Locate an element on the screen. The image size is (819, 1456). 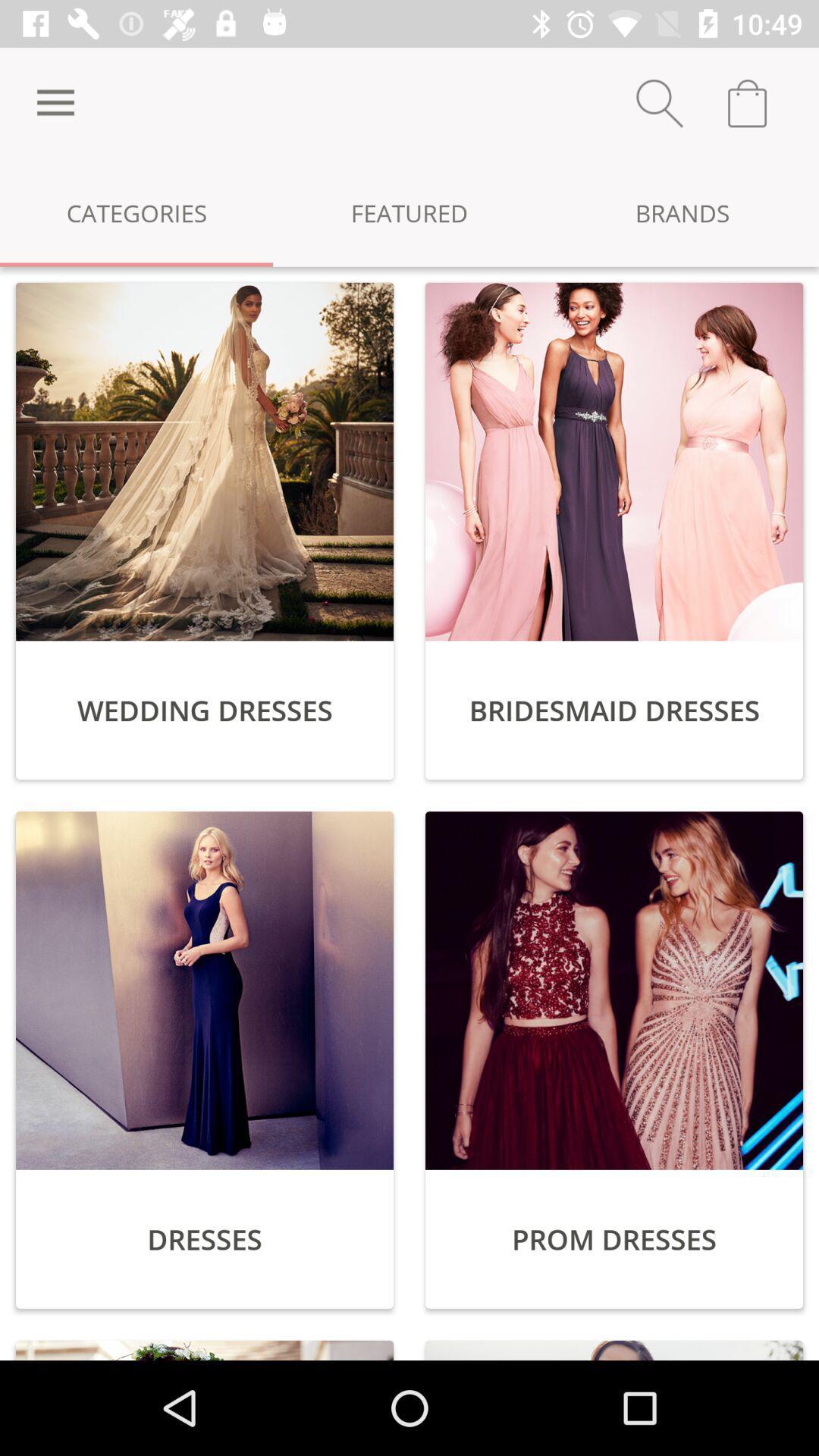
icon to the left of the featured item is located at coordinates (136, 212).